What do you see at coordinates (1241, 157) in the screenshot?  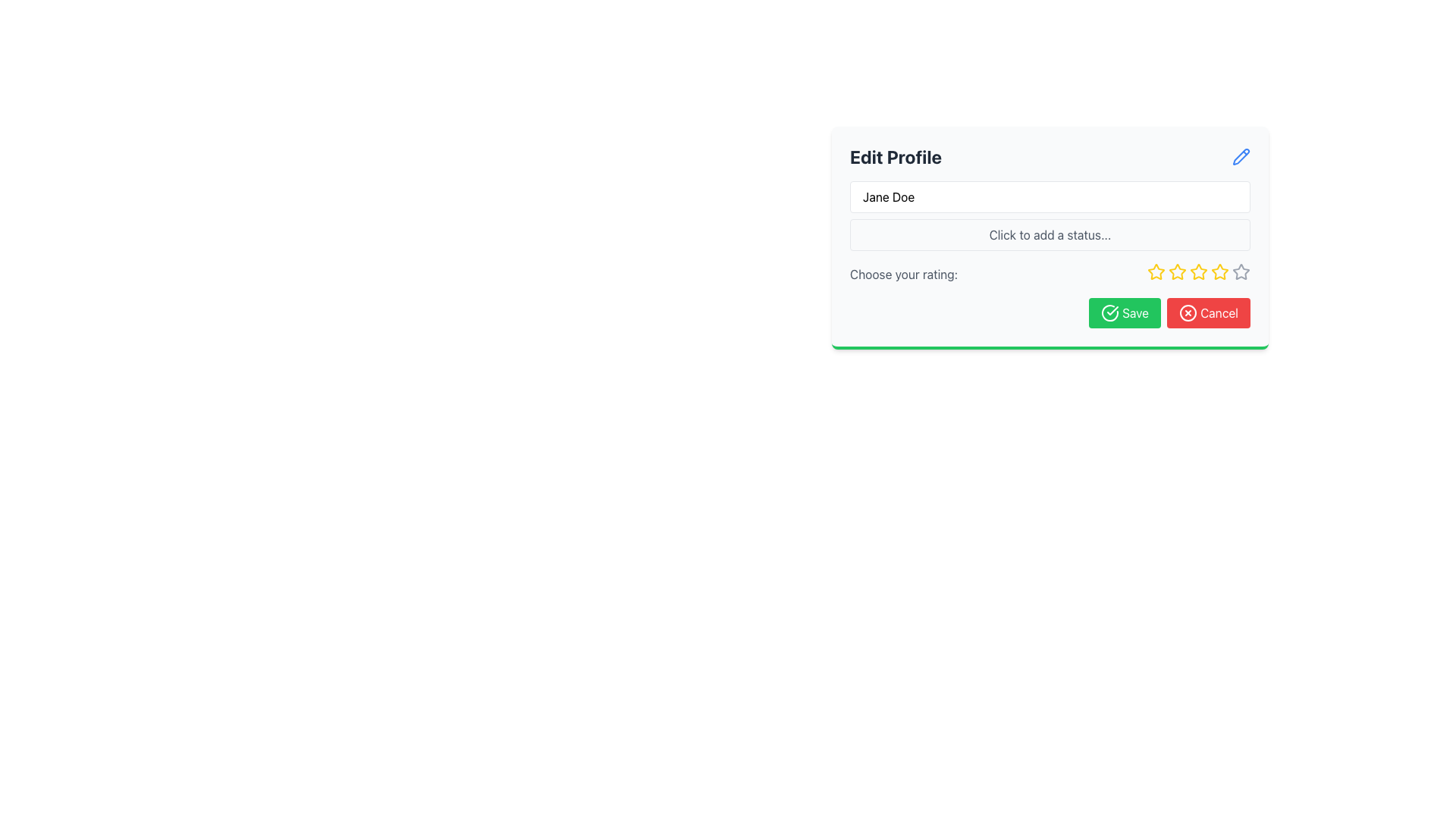 I see `the small blue pencil icon located at the far-right side of the header within the box labeled 'Edit Profile'` at bounding box center [1241, 157].